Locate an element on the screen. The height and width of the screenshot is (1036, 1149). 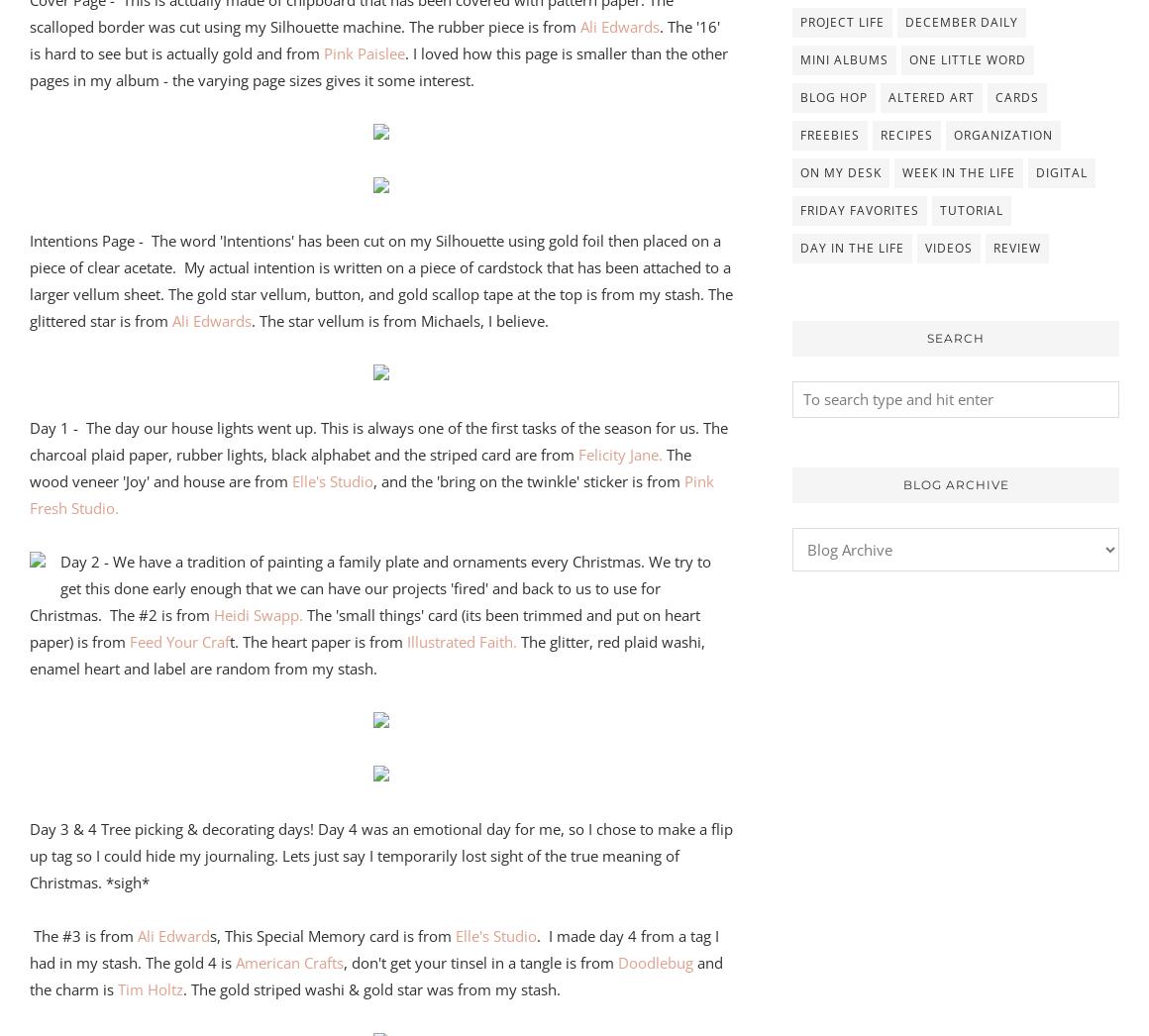
'Search' is located at coordinates (927, 336).